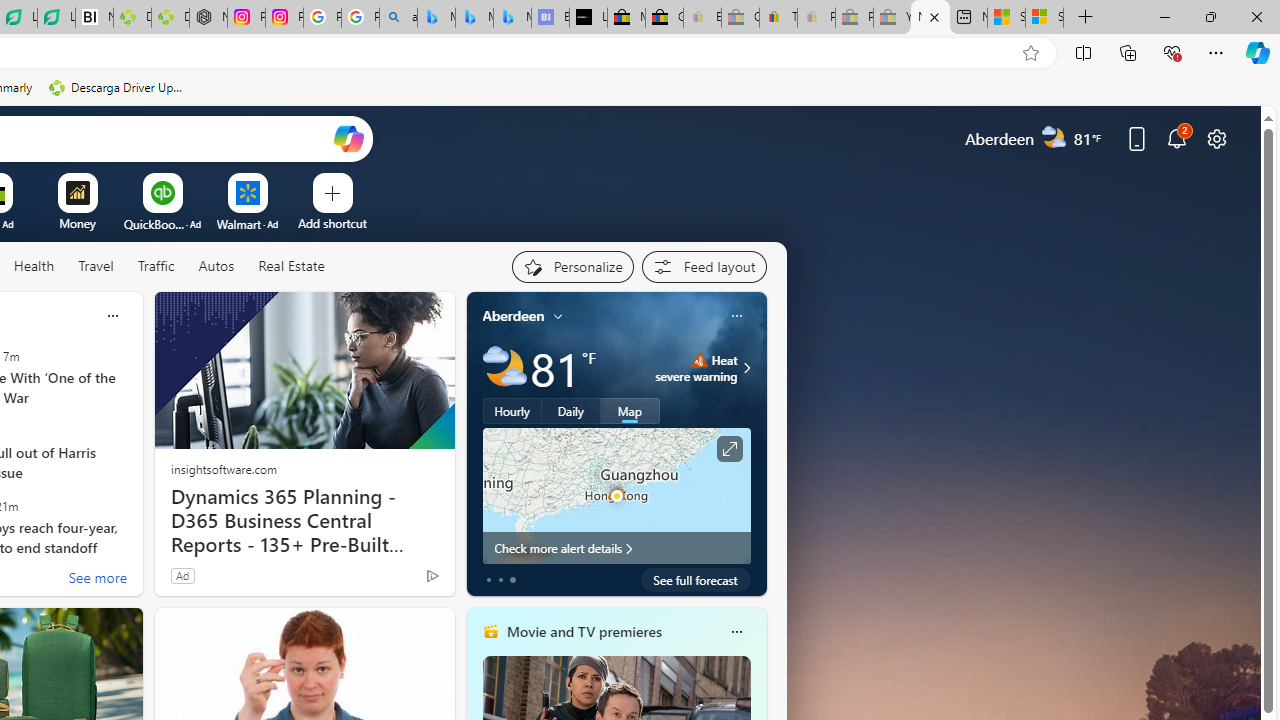 The width and height of the screenshot is (1280, 720). Describe the element at coordinates (696, 367) in the screenshot. I see `'Heat - Severe Heat severe warning'` at that location.